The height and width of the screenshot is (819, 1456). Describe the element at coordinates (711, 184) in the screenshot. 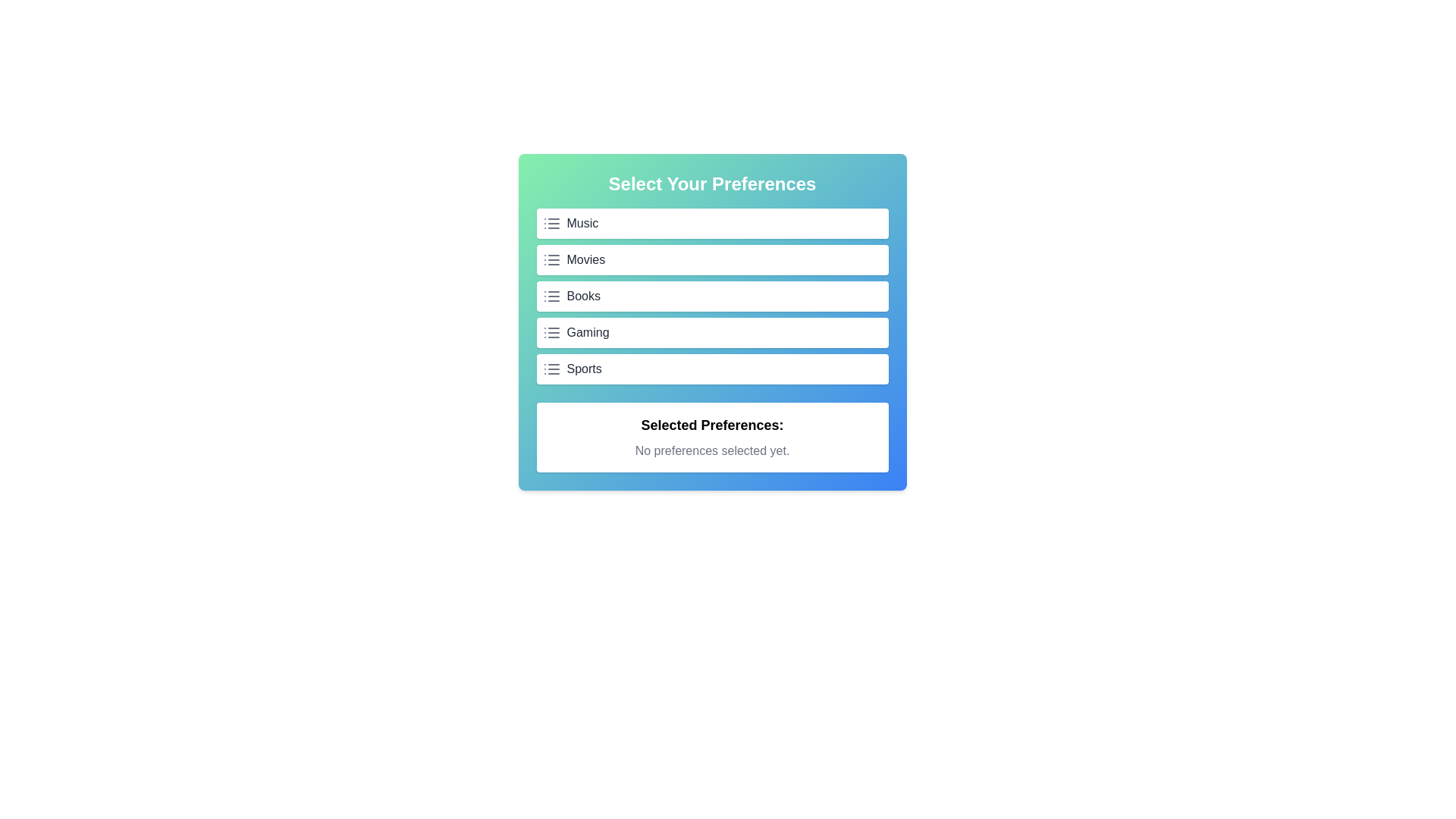

I see `the large, bold, white text that says 'Select Your Preferences' at the top of the gradient-colored panel` at that location.